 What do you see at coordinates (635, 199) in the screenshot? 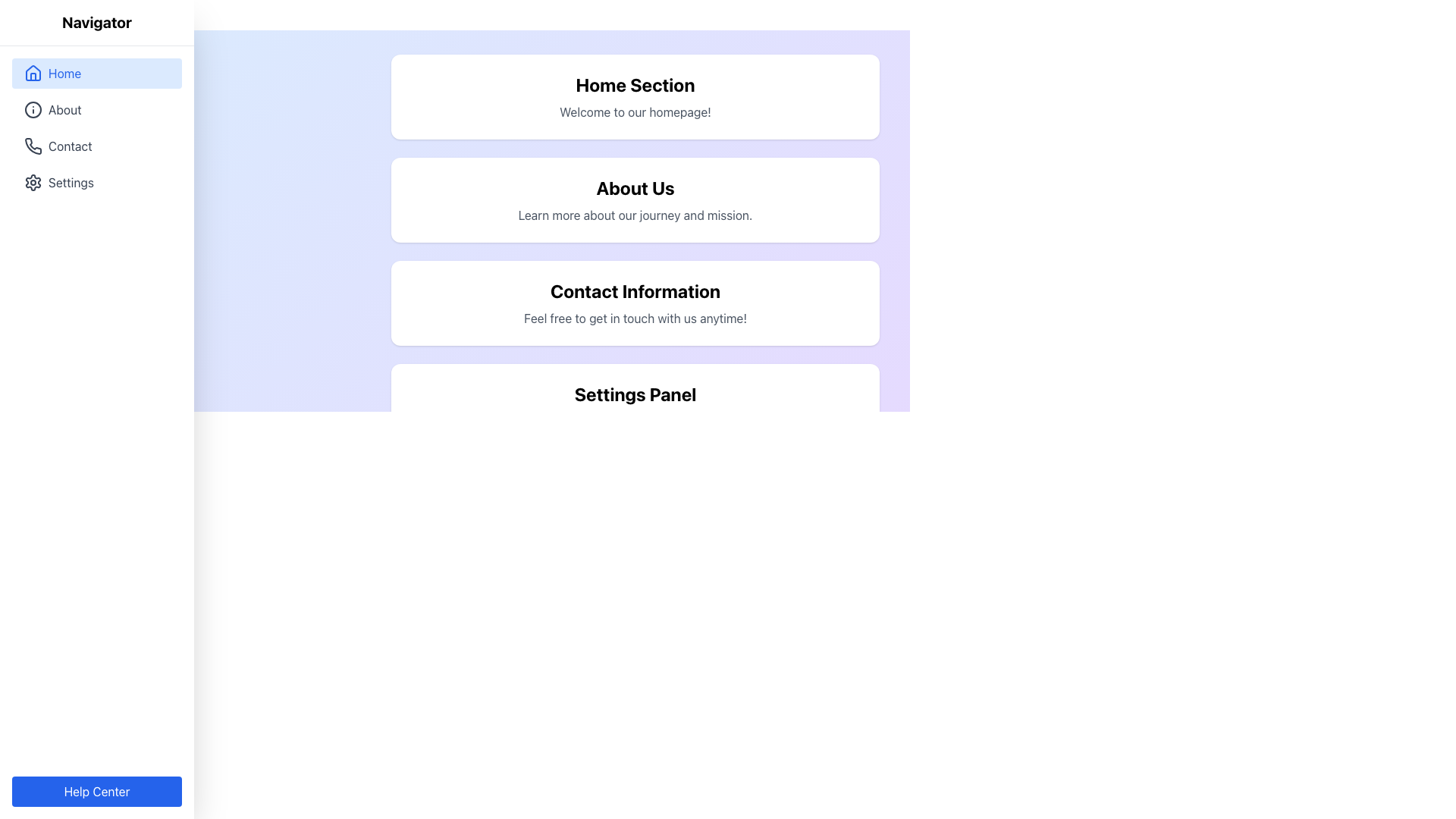
I see `the 'About Us' card, which is the second card in the vertical arrangement of informational components located in the center-right part of the interface` at bounding box center [635, 199].